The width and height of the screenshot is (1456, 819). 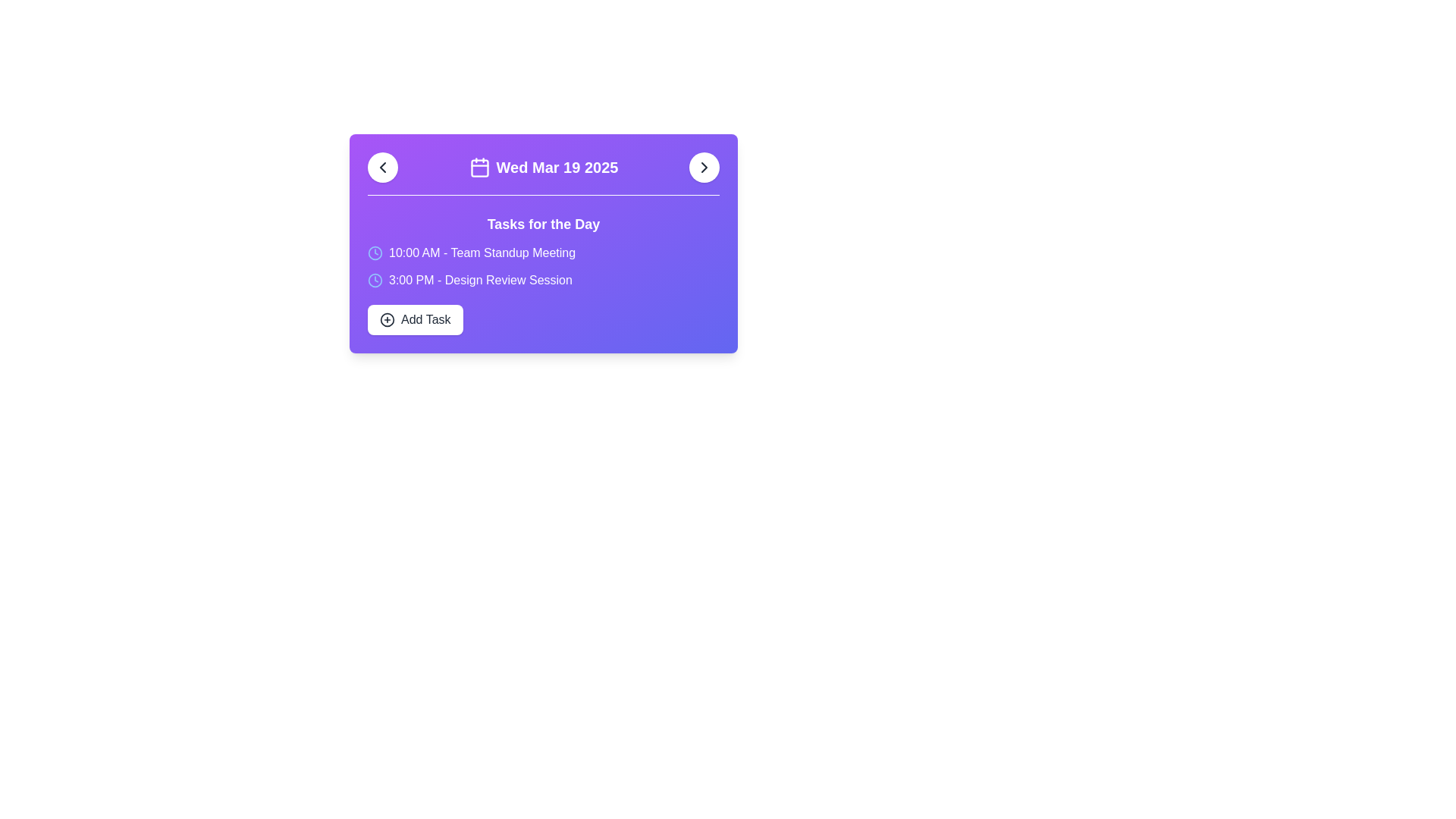 I want to click on the button located at the bottom right corner of the purple section labeled 'Tasks for the Day', so click(x=415, y=318).